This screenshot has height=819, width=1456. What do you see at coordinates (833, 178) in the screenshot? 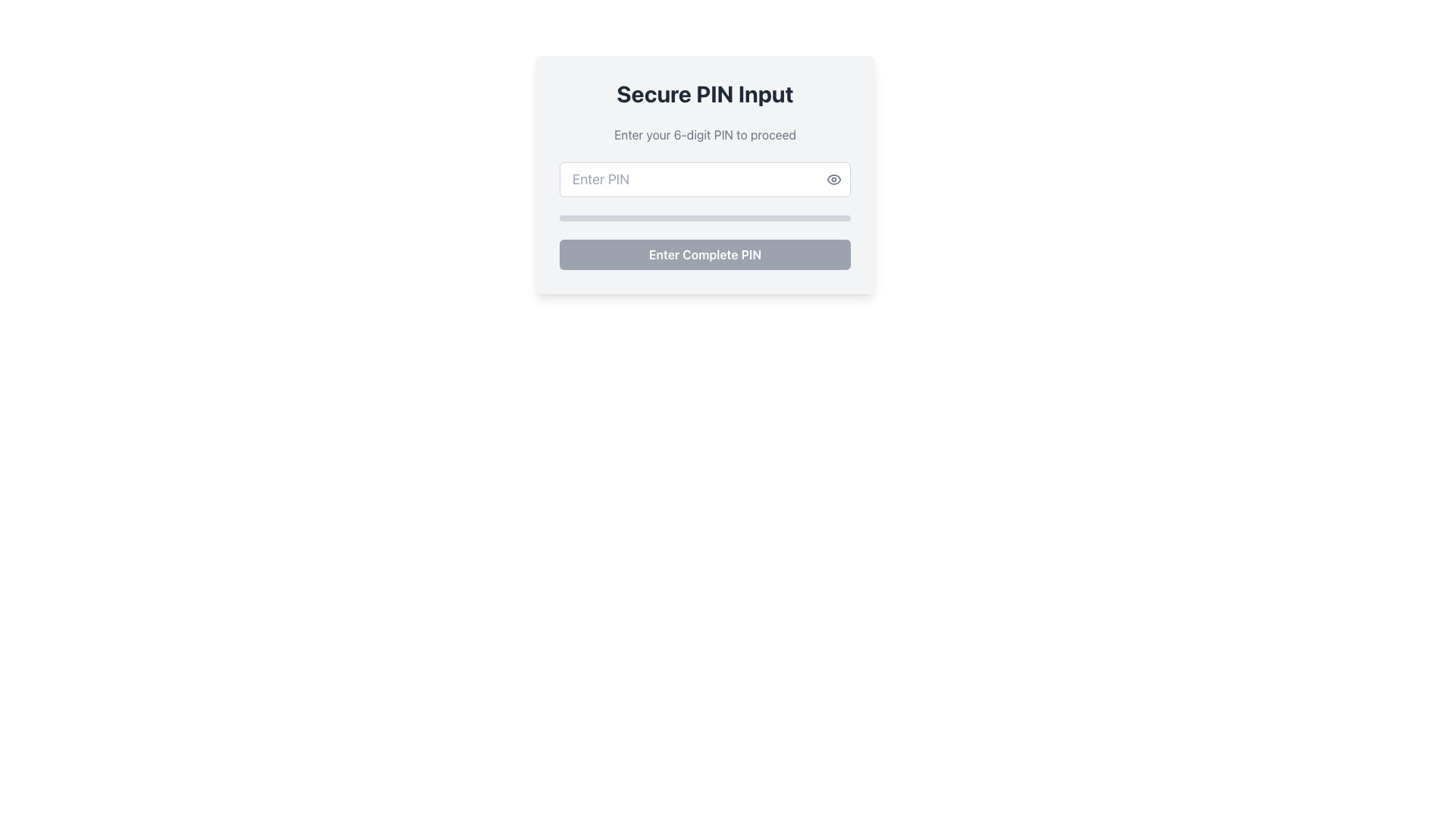
I see `the eye icon, which is a circular button with a smaller circle at its center, located to the right of the 'Enter PIN' input field` at bounding box center [833, 178].